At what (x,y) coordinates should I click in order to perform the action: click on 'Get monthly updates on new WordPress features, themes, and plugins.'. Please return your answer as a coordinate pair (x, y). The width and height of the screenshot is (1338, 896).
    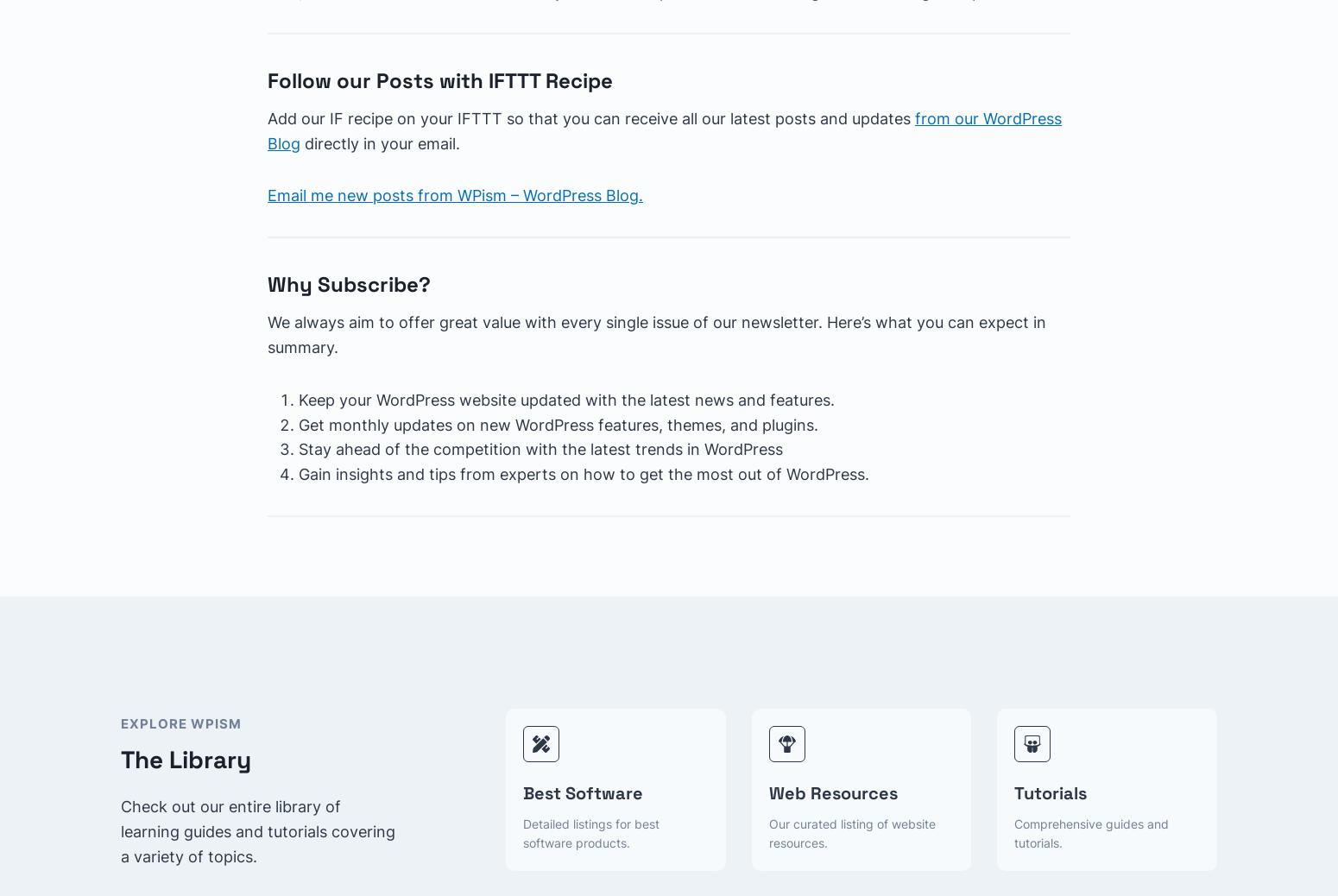
    Looking at the image, I should click on (557, 424).